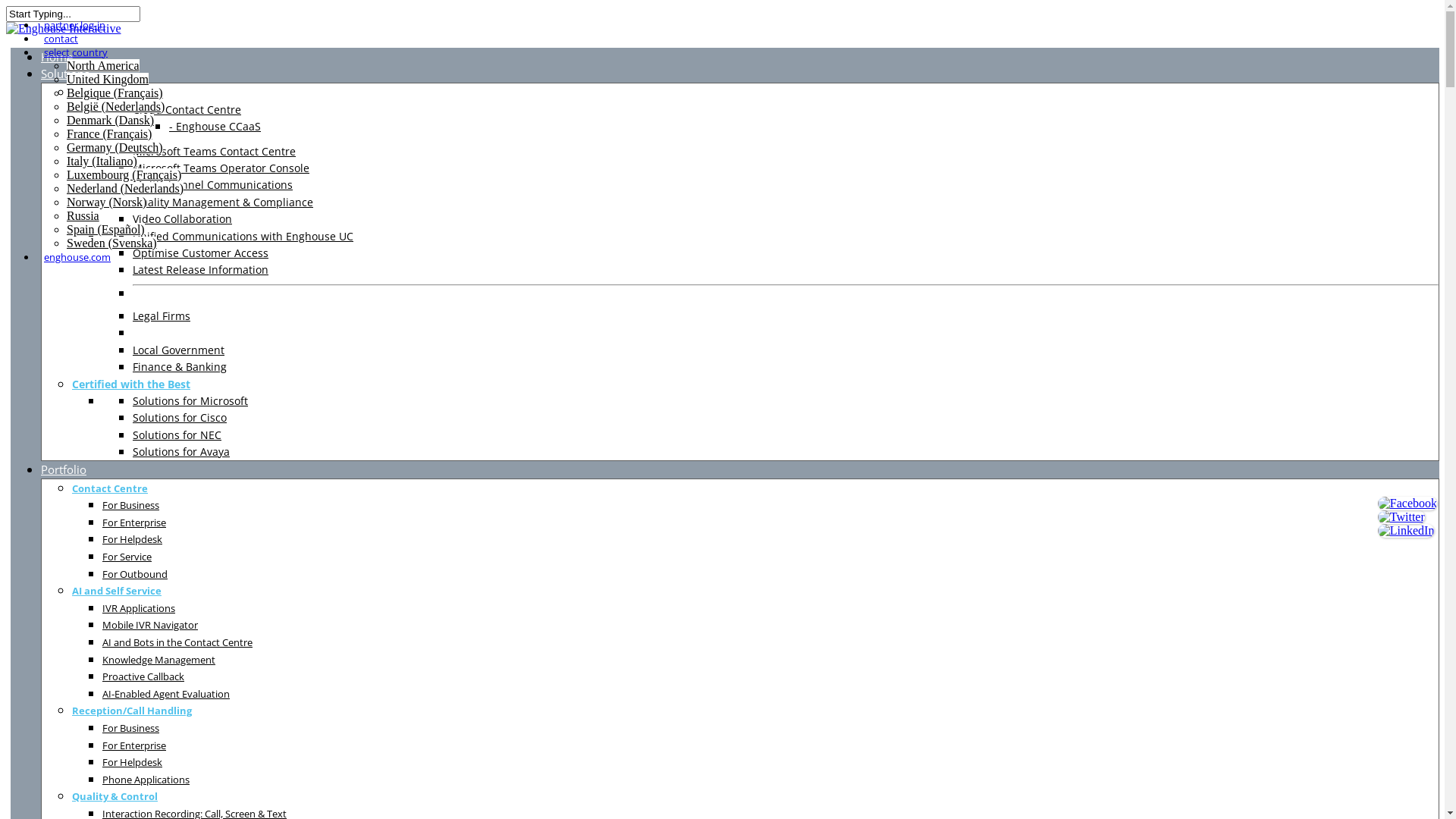  What do you see at coordinates (132, 400) in the screenshot?
I see `'Solutions for Microsoft'` at bounding box center [132, 400].